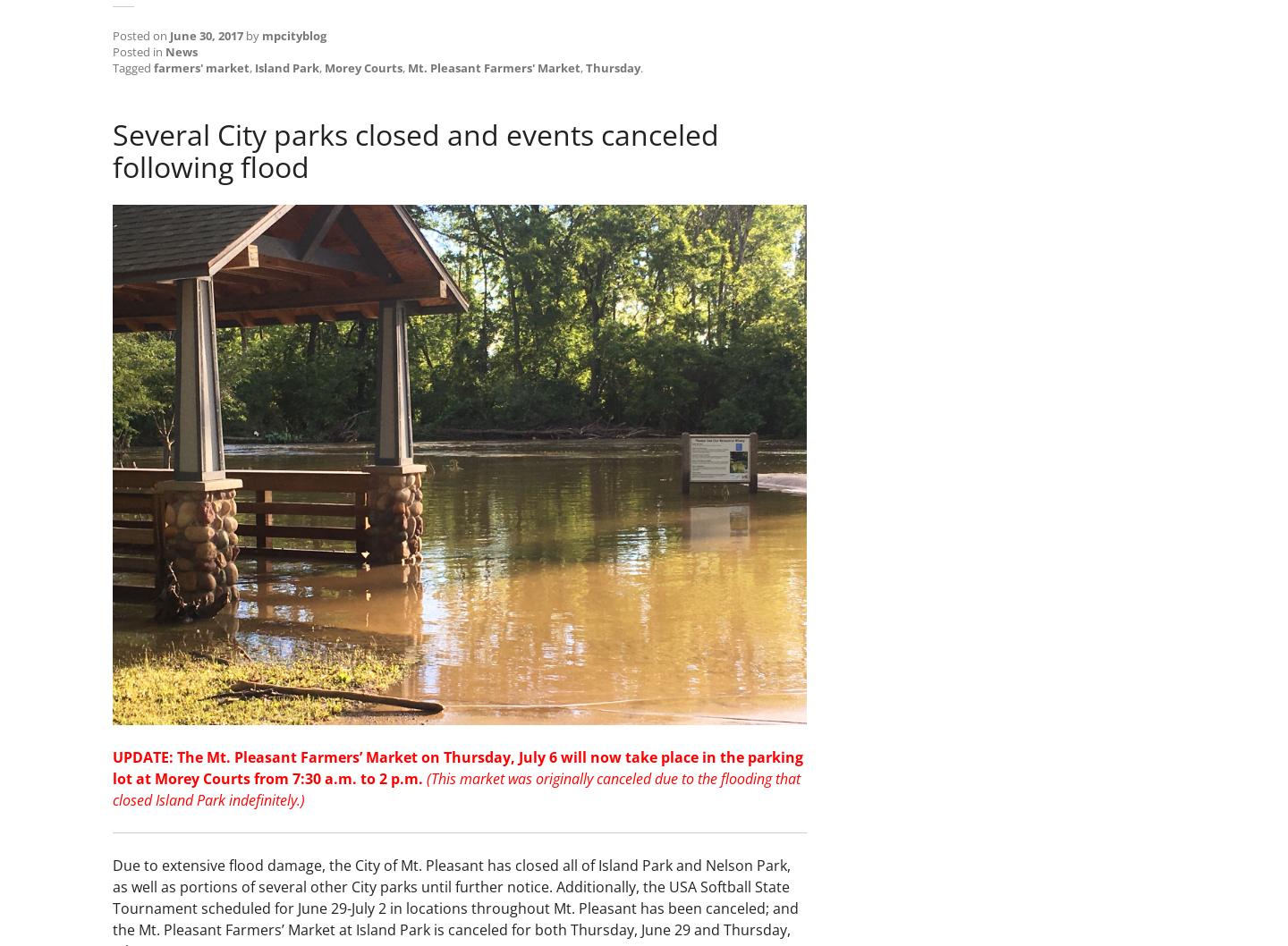  Describe the element at coordinates (138, 51) in the screenshot. I see `'Posted in'` at that location.